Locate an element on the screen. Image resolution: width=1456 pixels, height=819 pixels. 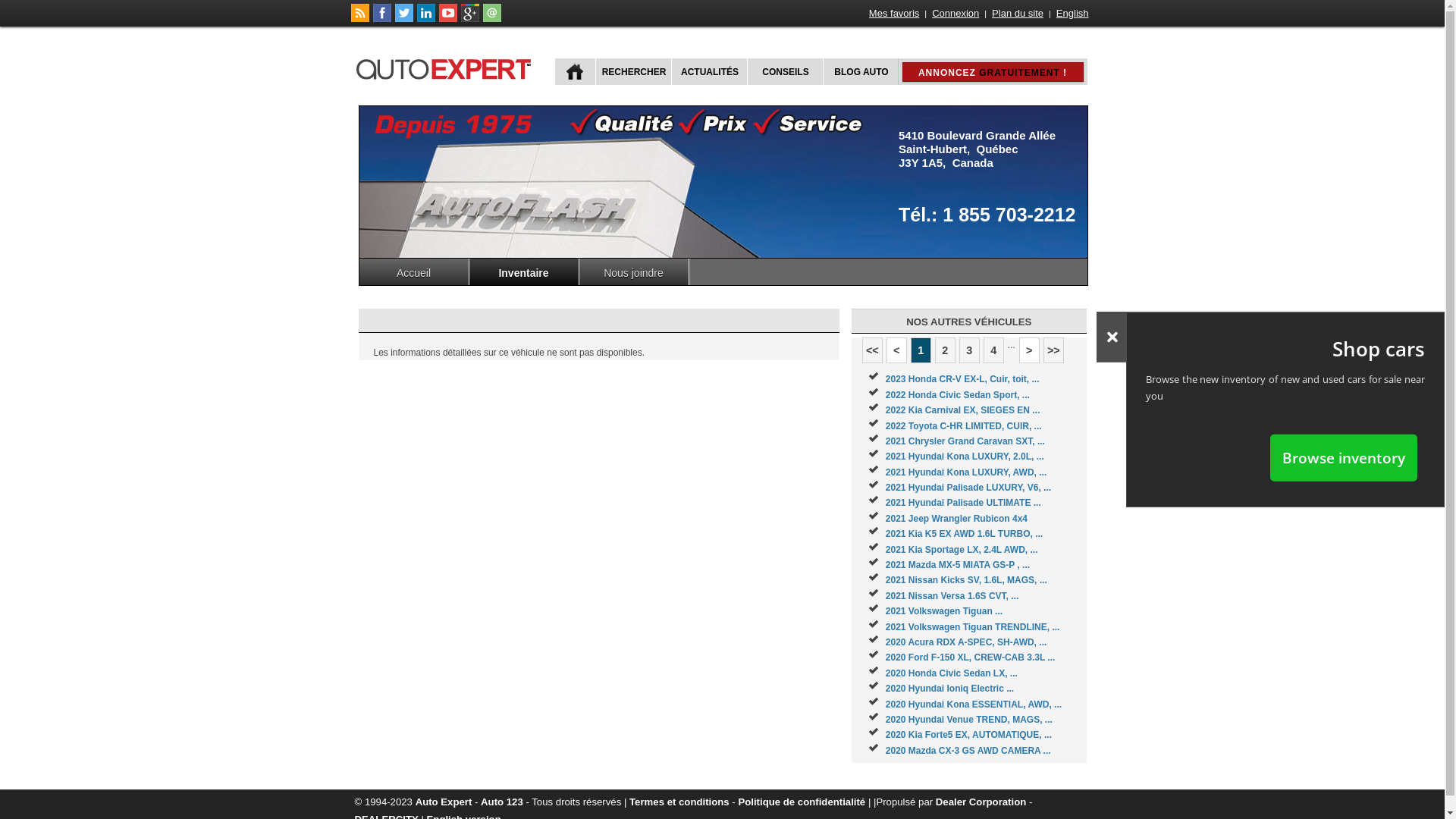
'2021 Nissan Versa 1.6S CVT, ...' is located at coordinates (951, 595).